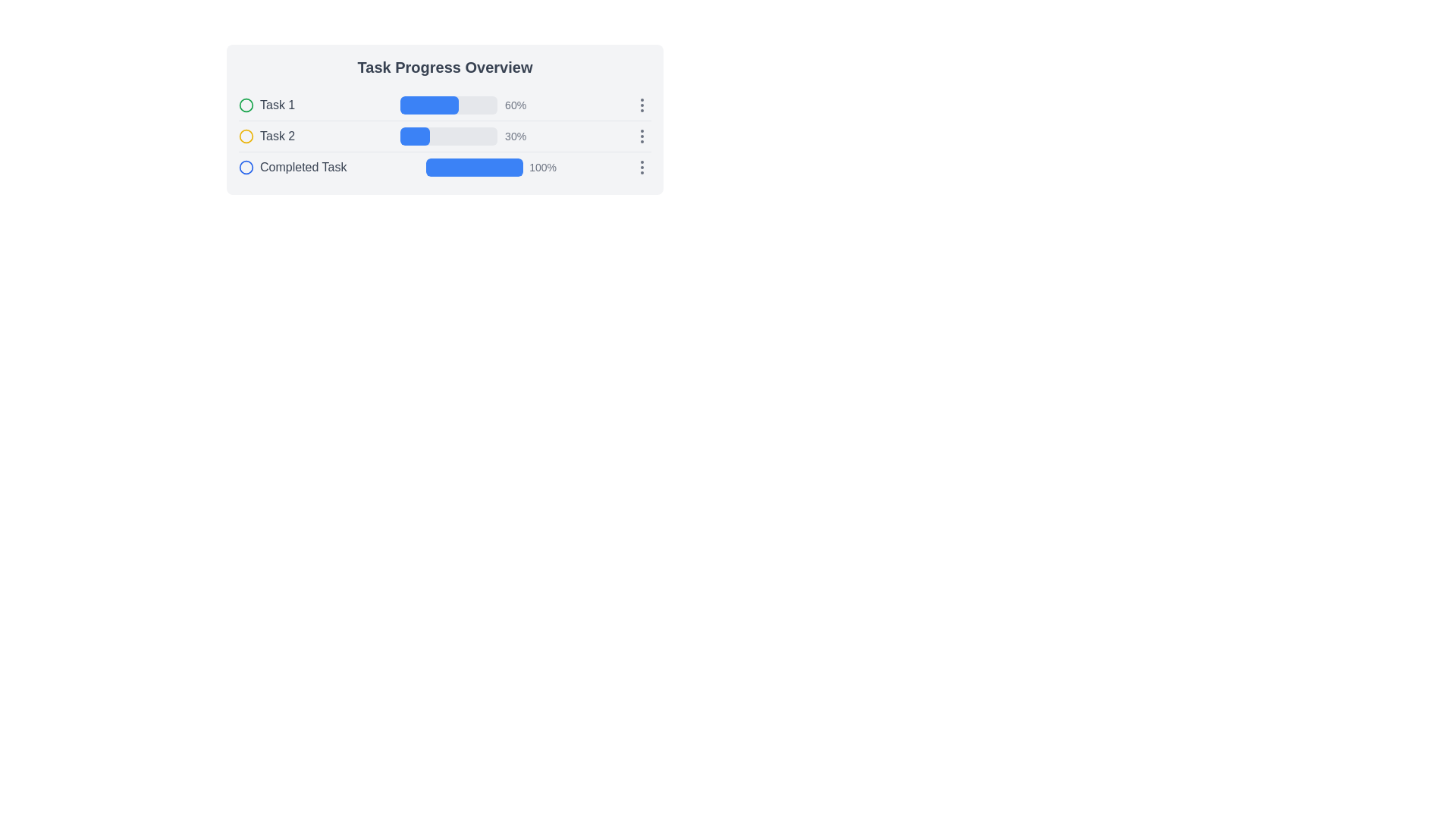  Describe the element at coordinates (642, 136) in the screenshot. I see `the vertical ellipsis icon located on the far-right side of the row associated with 'Task 2'` at that location.